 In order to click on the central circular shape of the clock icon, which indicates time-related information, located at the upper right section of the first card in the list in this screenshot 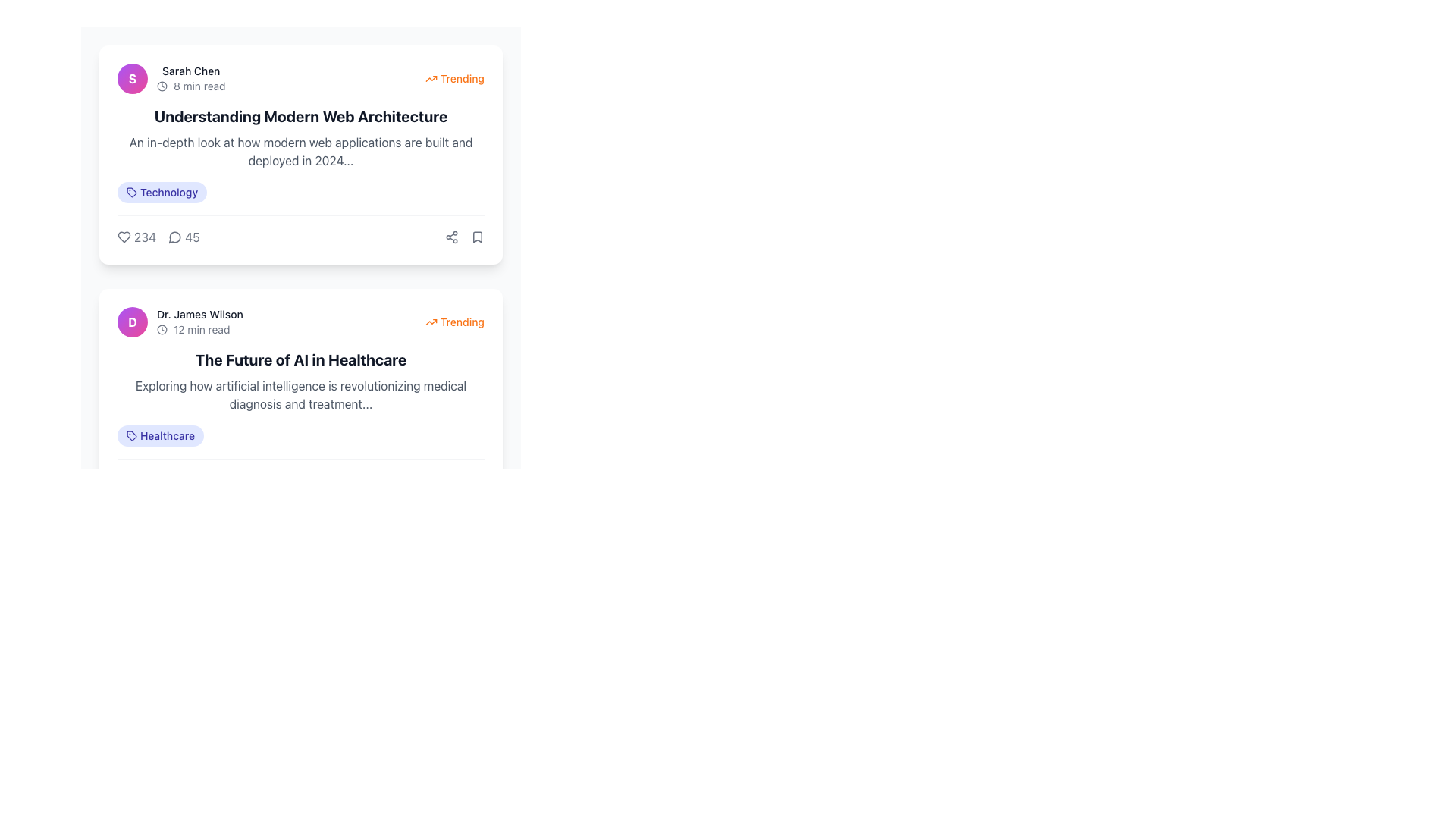, I will do `click(162, 86)`.